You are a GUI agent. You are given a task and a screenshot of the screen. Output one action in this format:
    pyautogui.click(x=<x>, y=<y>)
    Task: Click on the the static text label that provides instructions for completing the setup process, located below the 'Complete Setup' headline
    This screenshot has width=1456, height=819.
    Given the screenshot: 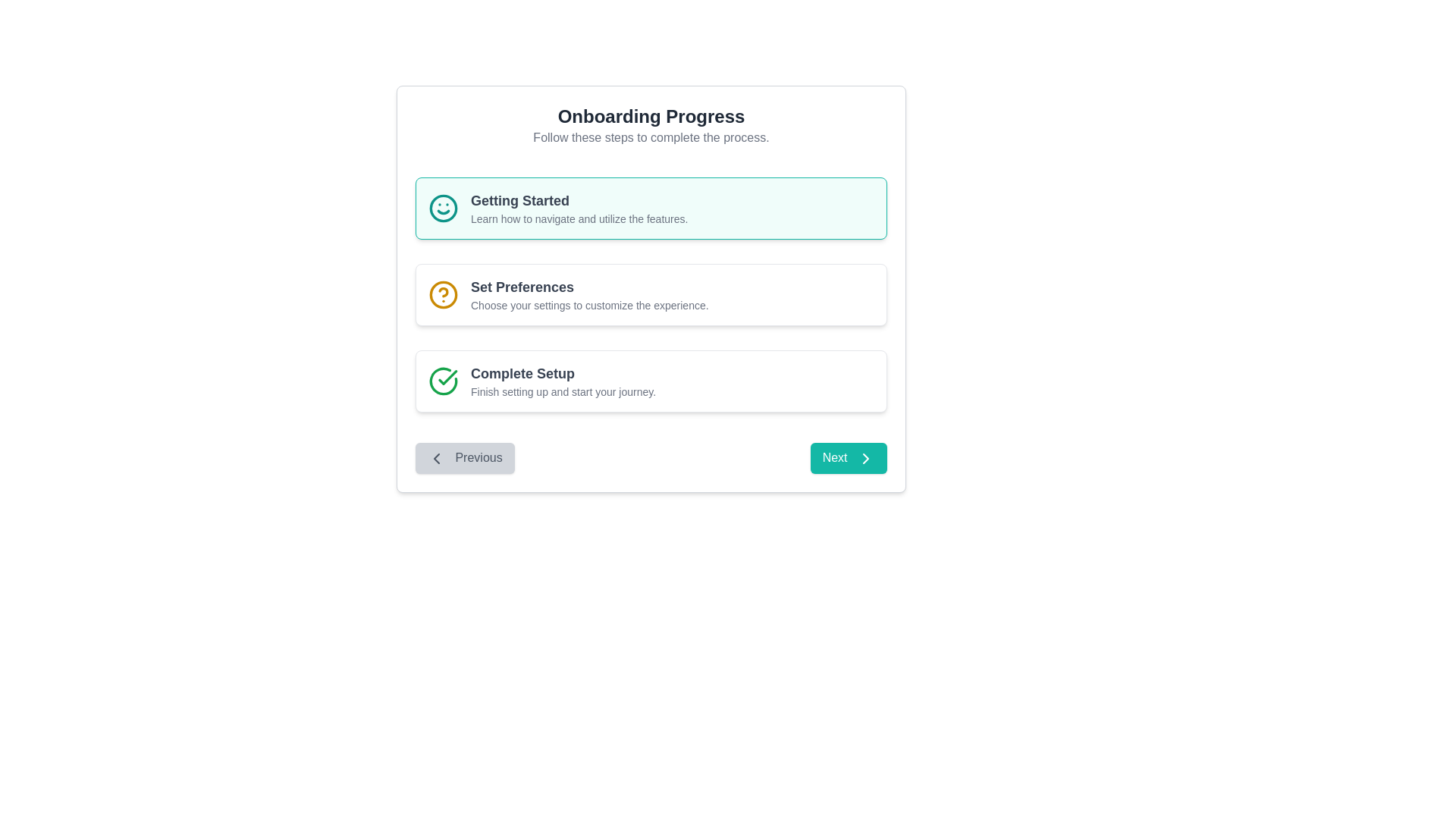 What is the action you would take?
    pyautogui.click(x=563, y=391)
    